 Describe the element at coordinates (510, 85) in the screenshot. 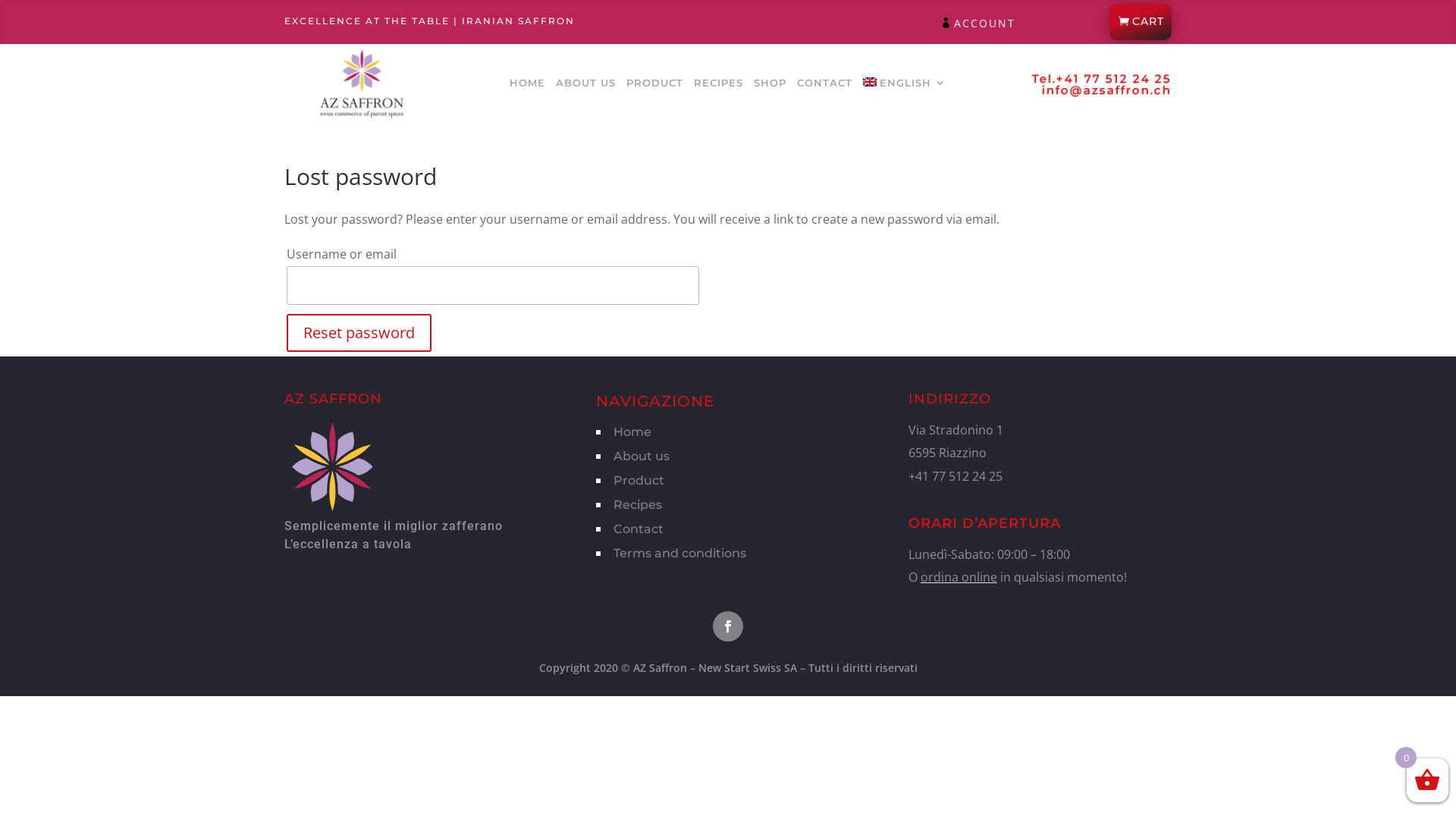

I see `'HOME'` at that location.